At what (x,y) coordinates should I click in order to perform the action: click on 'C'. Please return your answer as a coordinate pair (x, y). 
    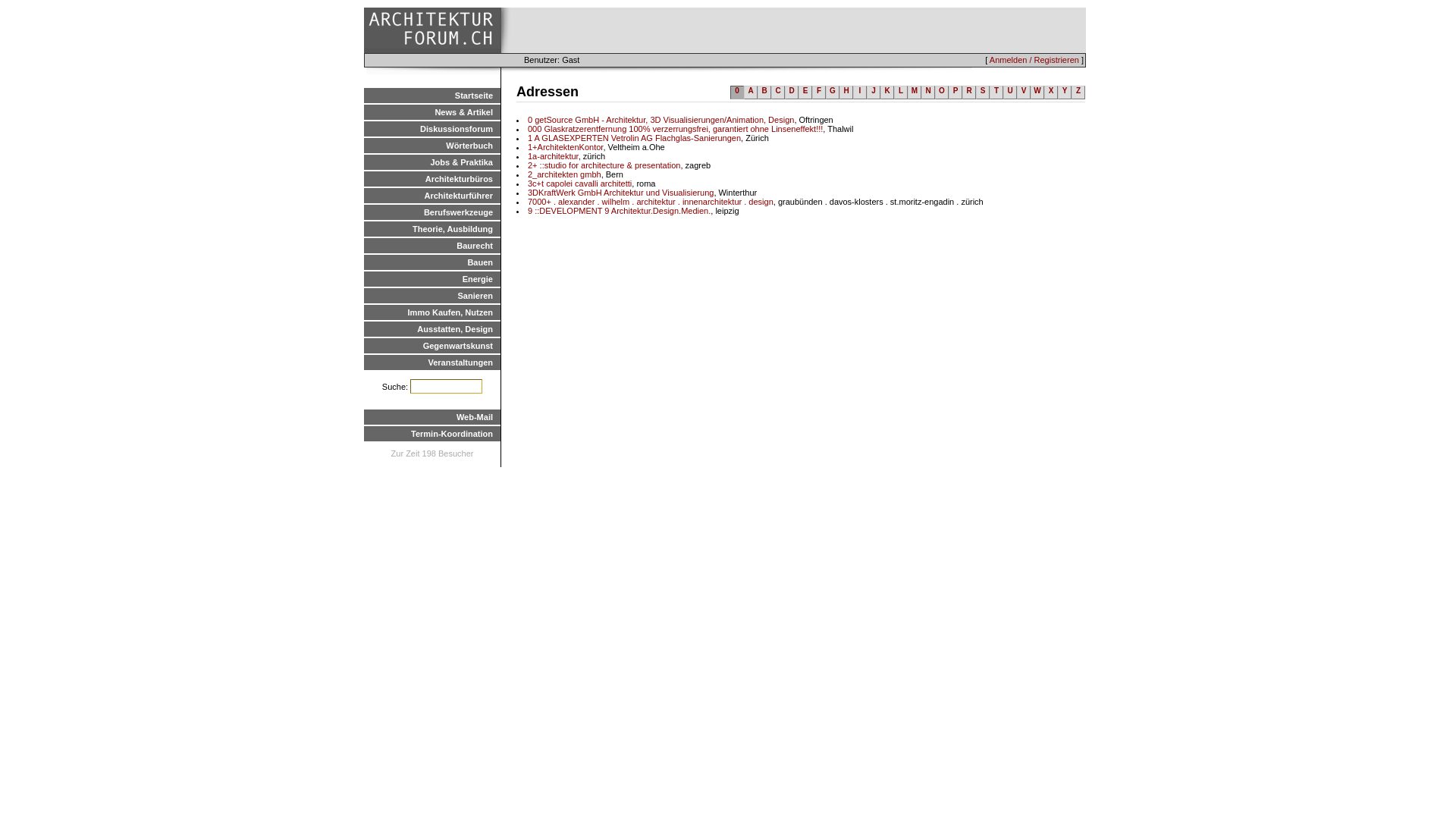
    Looking at the image, I should click on (771, 93).